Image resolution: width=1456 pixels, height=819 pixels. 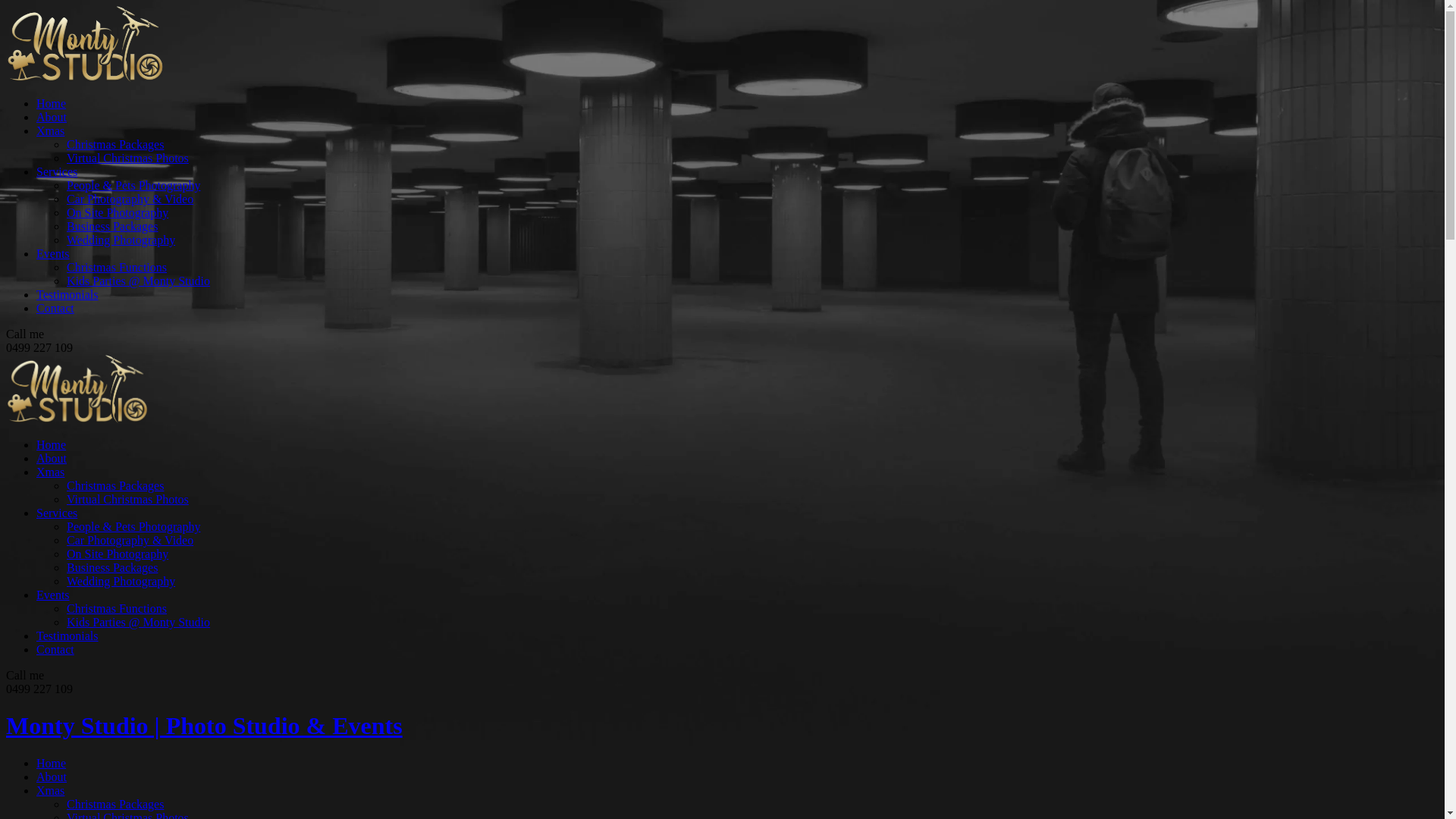 What do you see at coordinates (36, 789) in the screenshot?
I see `'Xmas'` at bounding box center [36, 789].